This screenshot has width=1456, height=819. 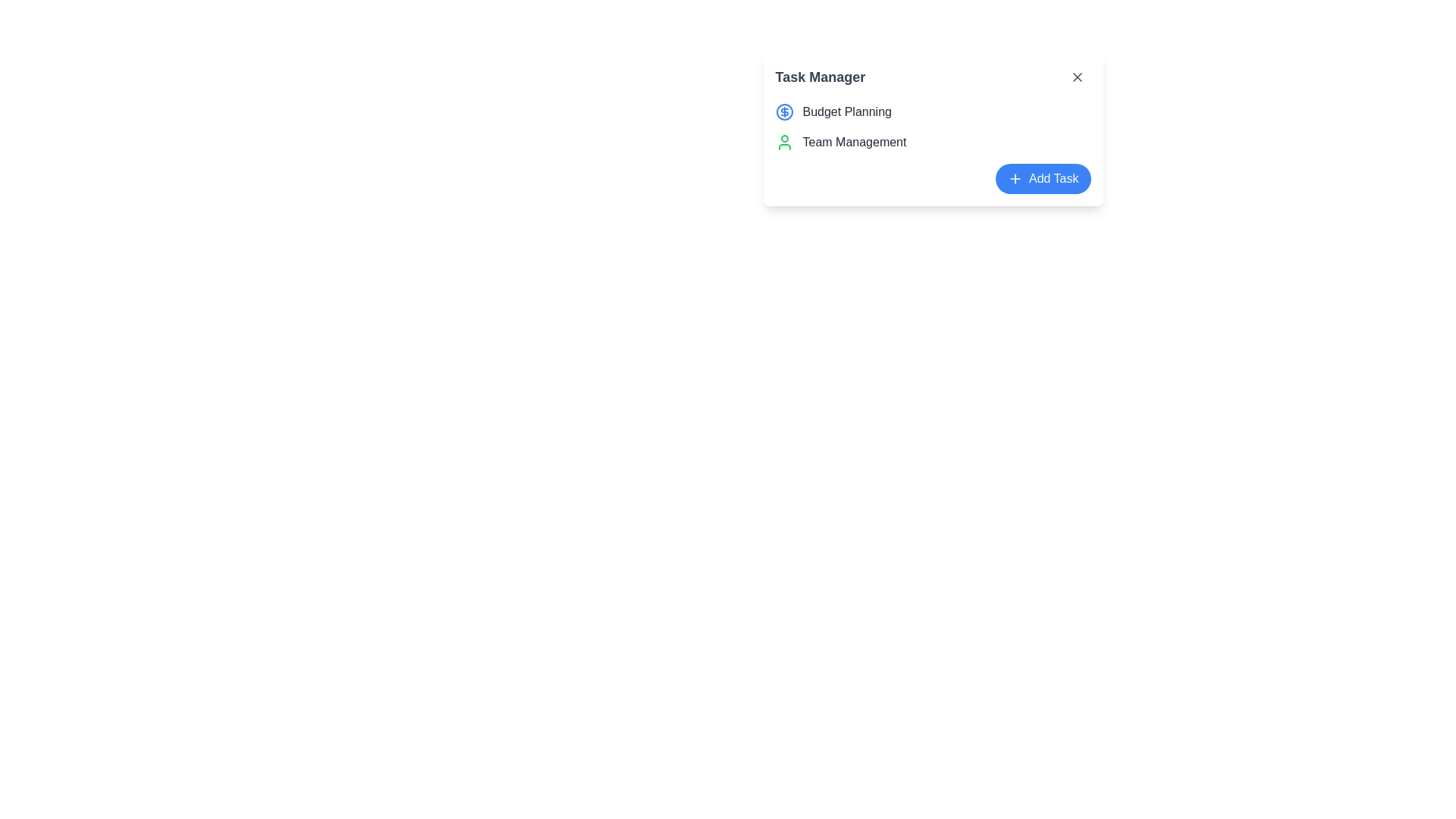 I want to click on the blue inner circle of the dollar sign icon located next to the 'Budget Planning' text in the task manager interface, so click(x=784, y=111).